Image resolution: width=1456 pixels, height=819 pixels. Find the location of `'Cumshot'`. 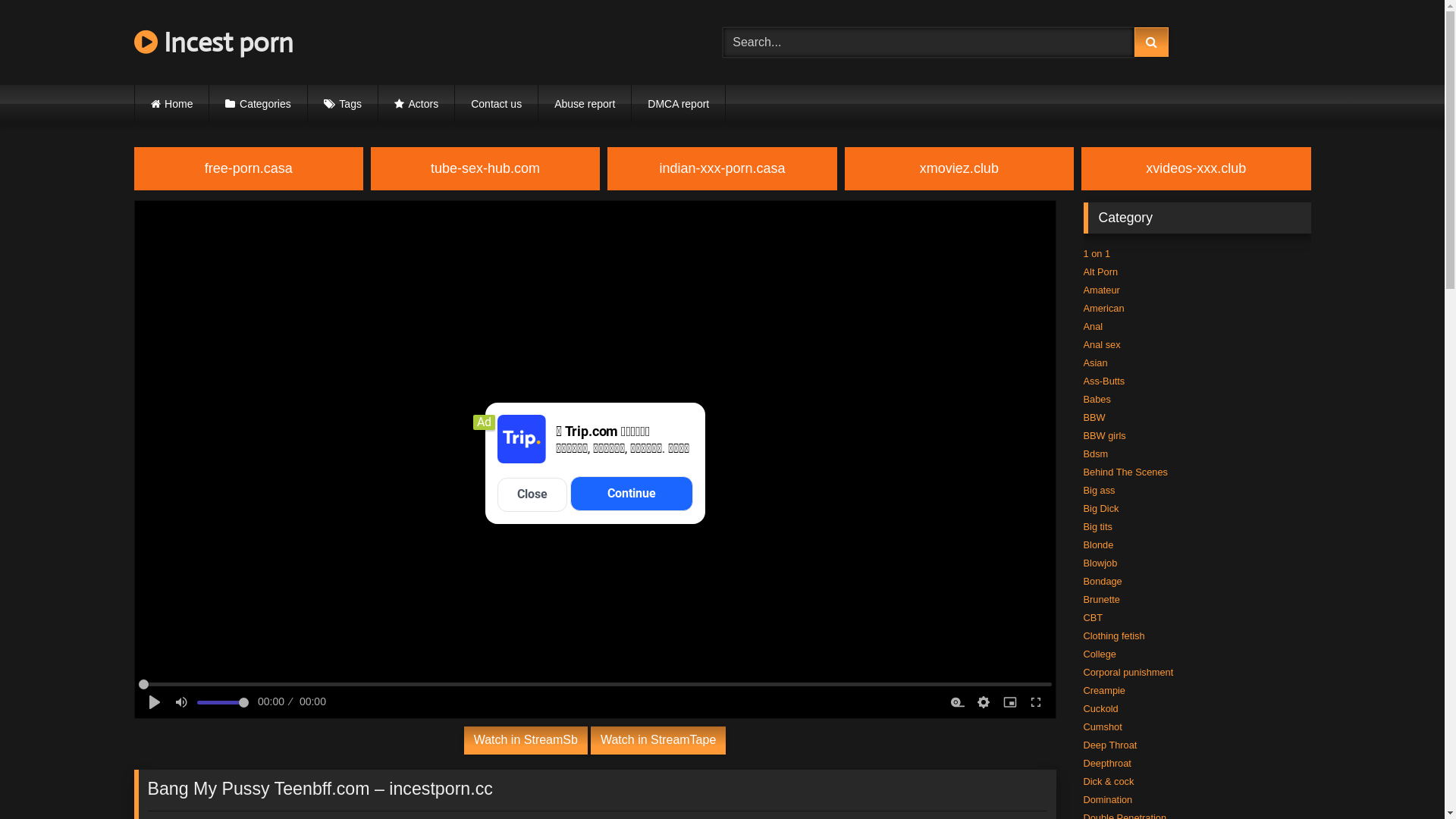

'Cumshot' is located at coordinates (1102, 726).